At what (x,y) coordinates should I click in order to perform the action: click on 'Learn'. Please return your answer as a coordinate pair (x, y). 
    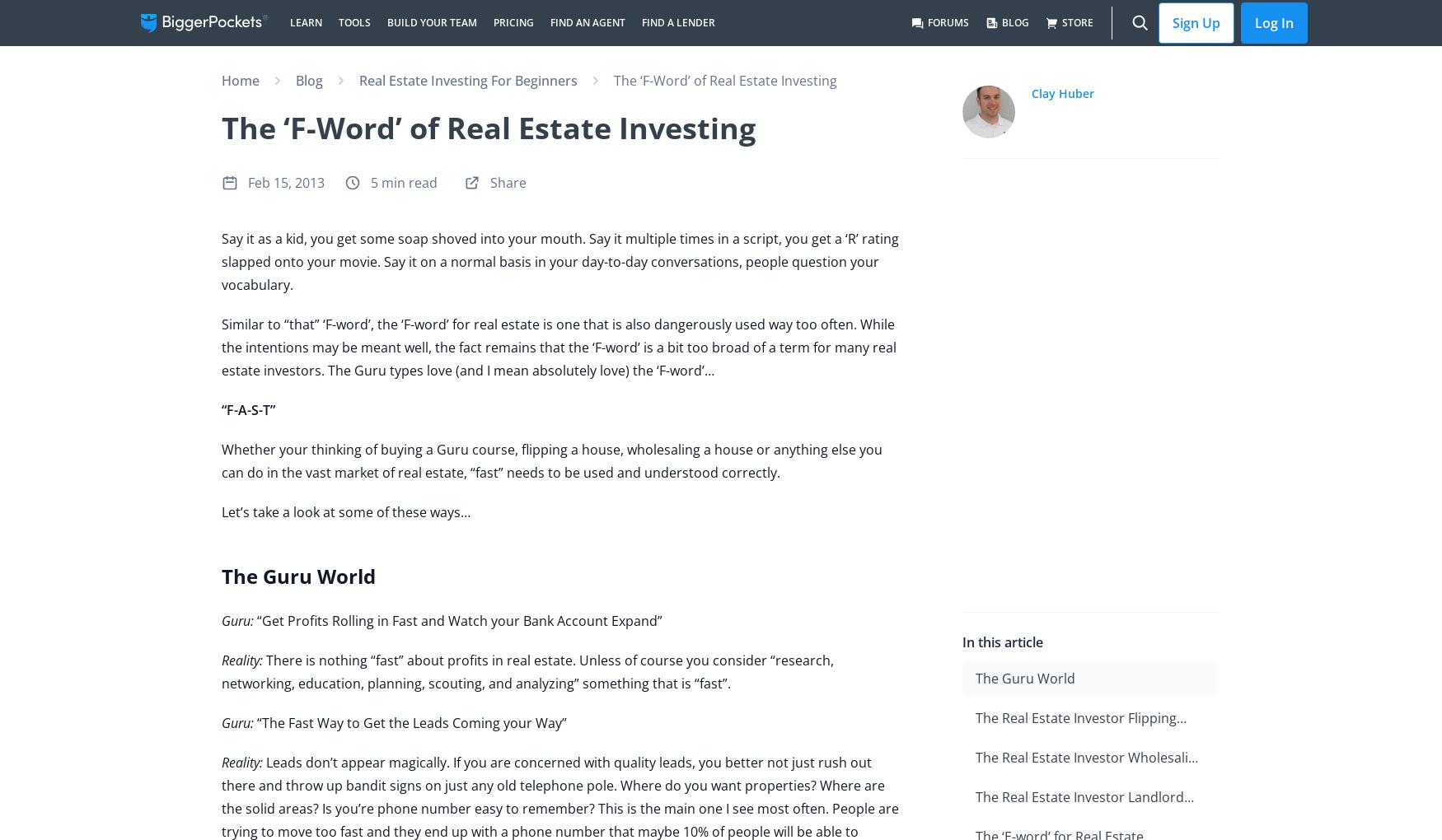
    Looking at the image, I should click on (289, 21).